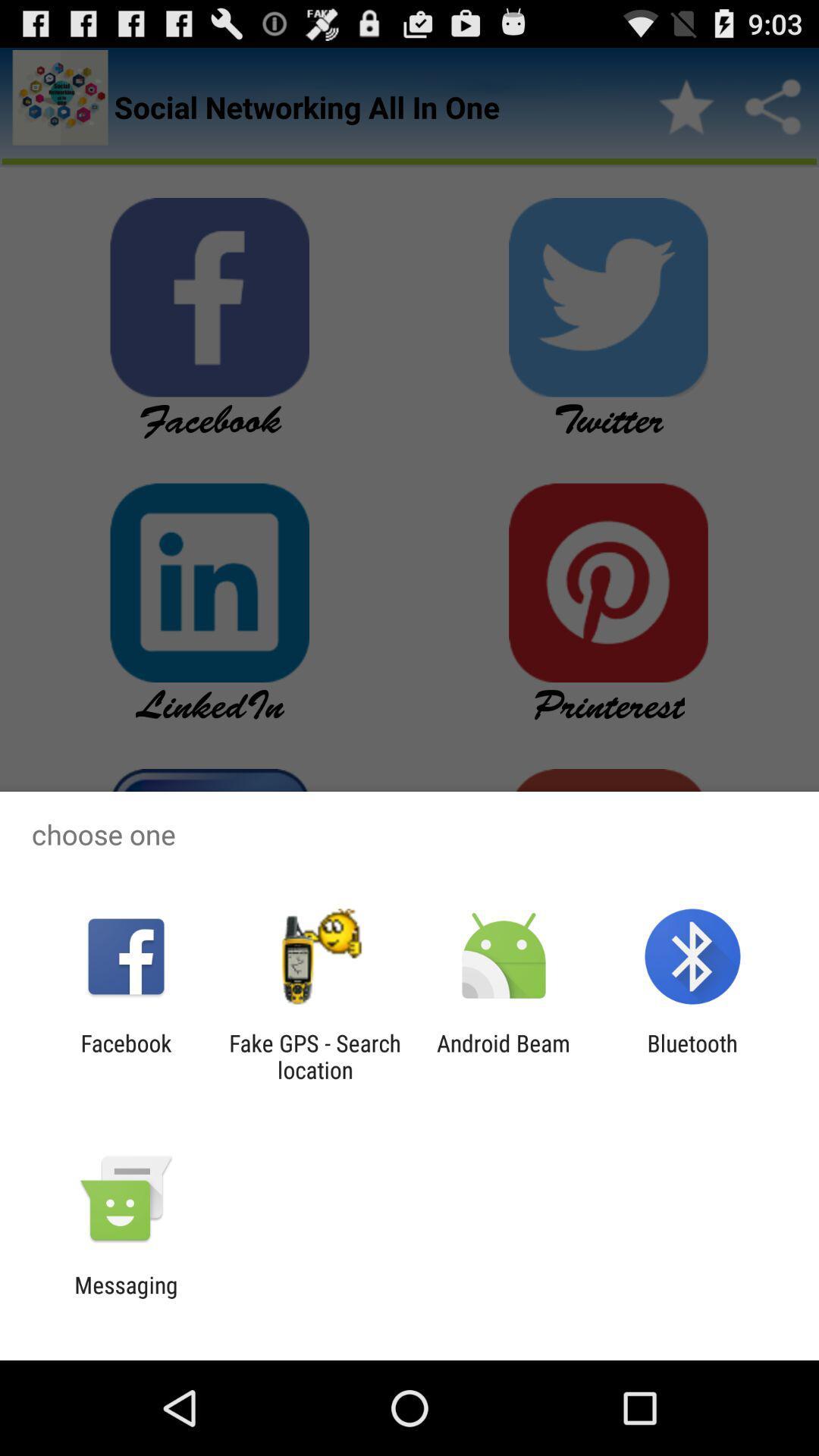 Image resolution: width=819 pixels, height=1456 pixels. What do you see at coordinates (314, 1056) in the screenshot?
I see `fake gps search item` at bounding box center [314, 1056].